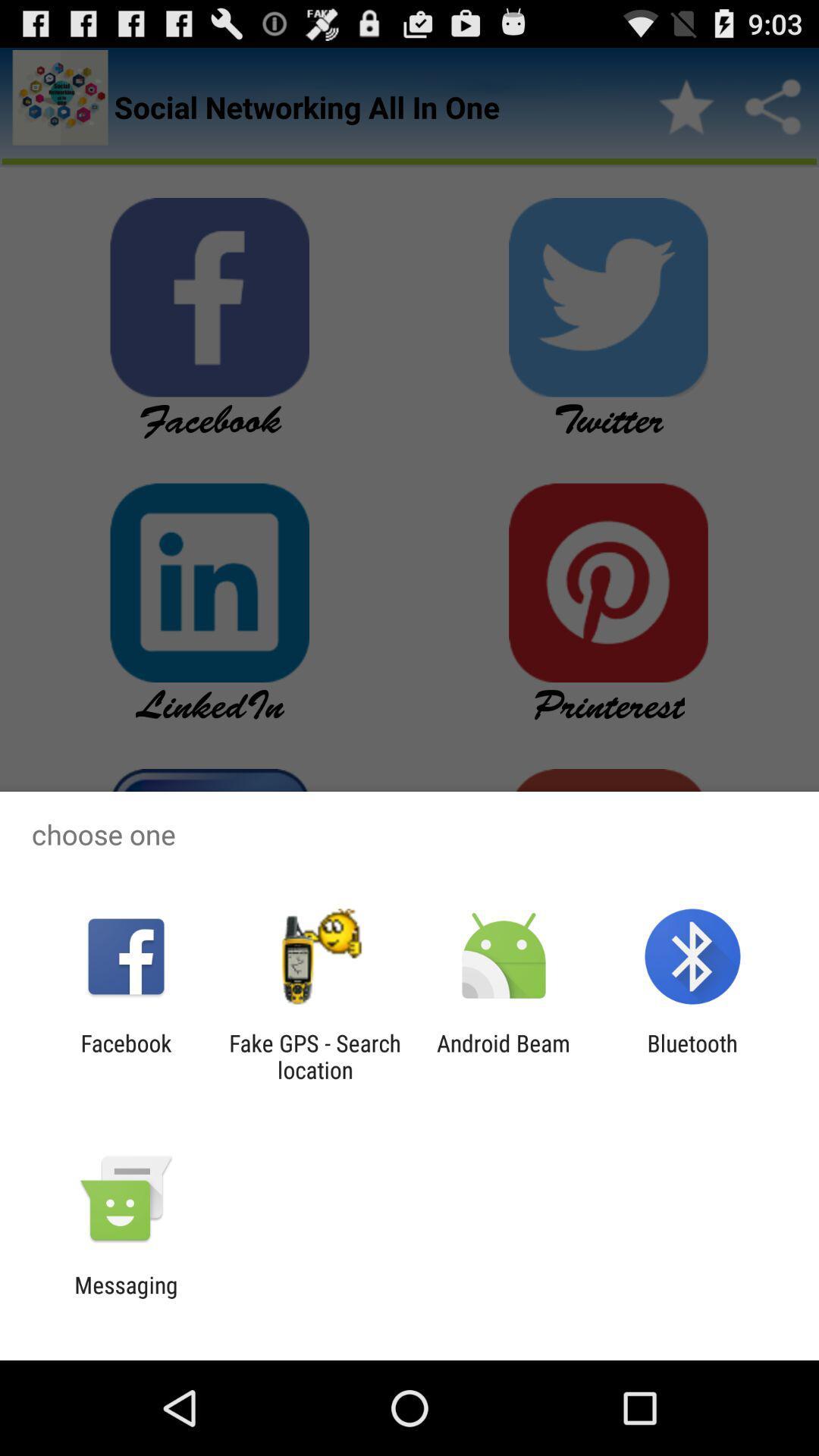 Image resolution: width=819 pixels, height=1456 pixels. What do you see at coordinates (314, 1056) in the screenshot?
I see `fake gps search item` at bounding box center [314, 1056].